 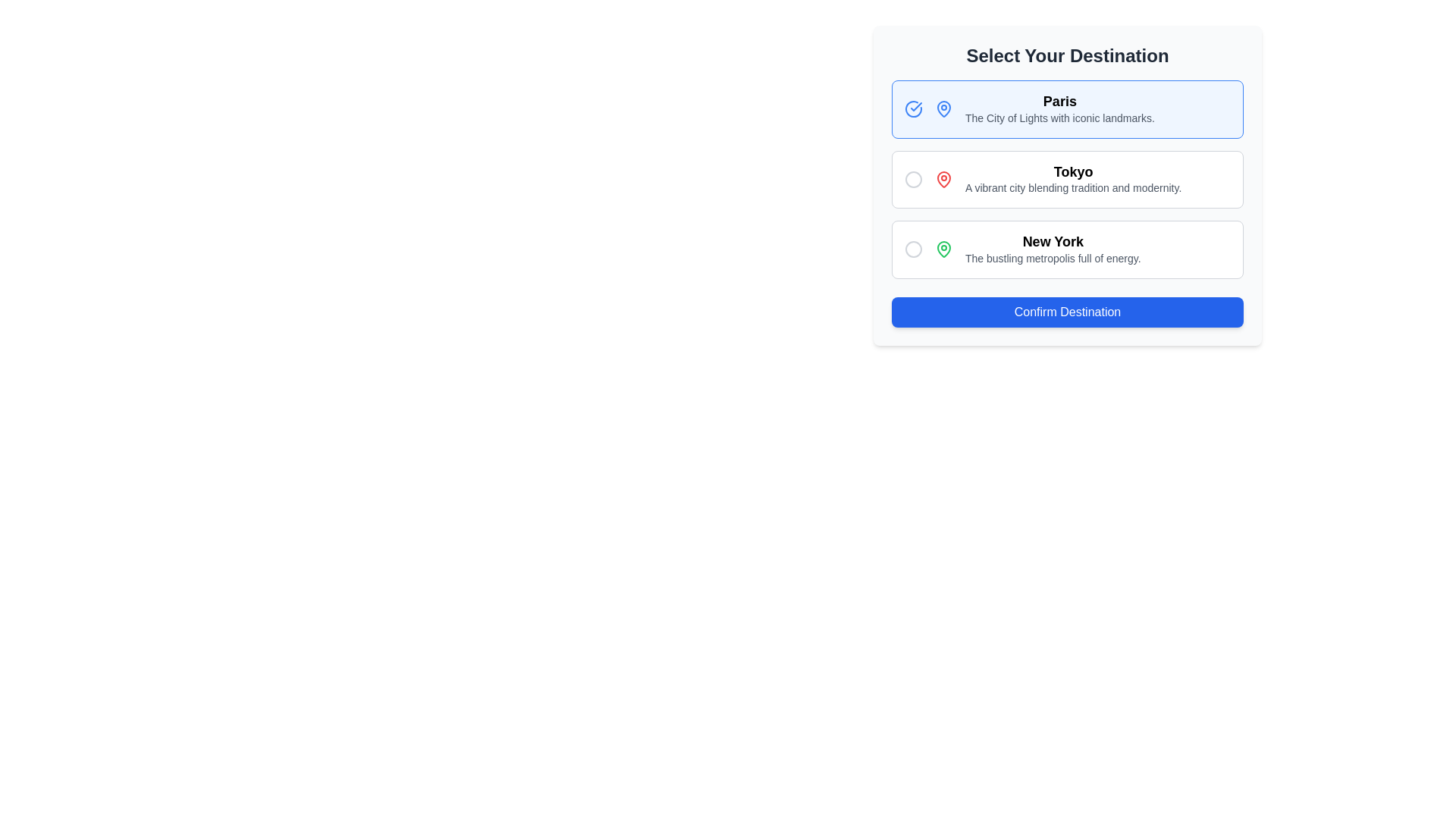 What do you see at coordinates (1059, 108) in the screenshot?
I see `the first item in the list, which is a label displaying 'Paris' in a bold font and a description below it` at bounding box center [1059, 108].